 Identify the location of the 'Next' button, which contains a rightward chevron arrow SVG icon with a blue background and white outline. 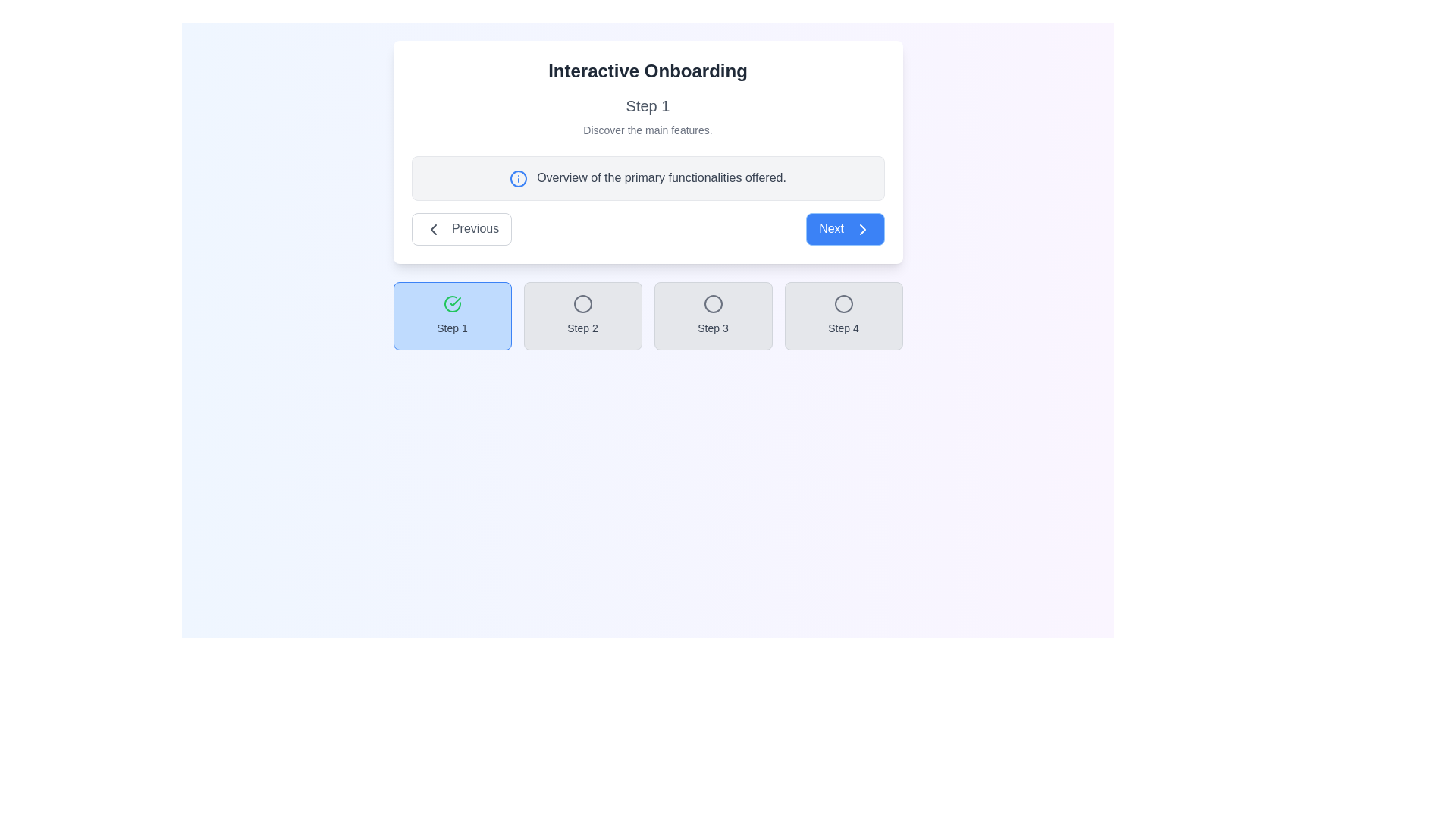
(862, 229).